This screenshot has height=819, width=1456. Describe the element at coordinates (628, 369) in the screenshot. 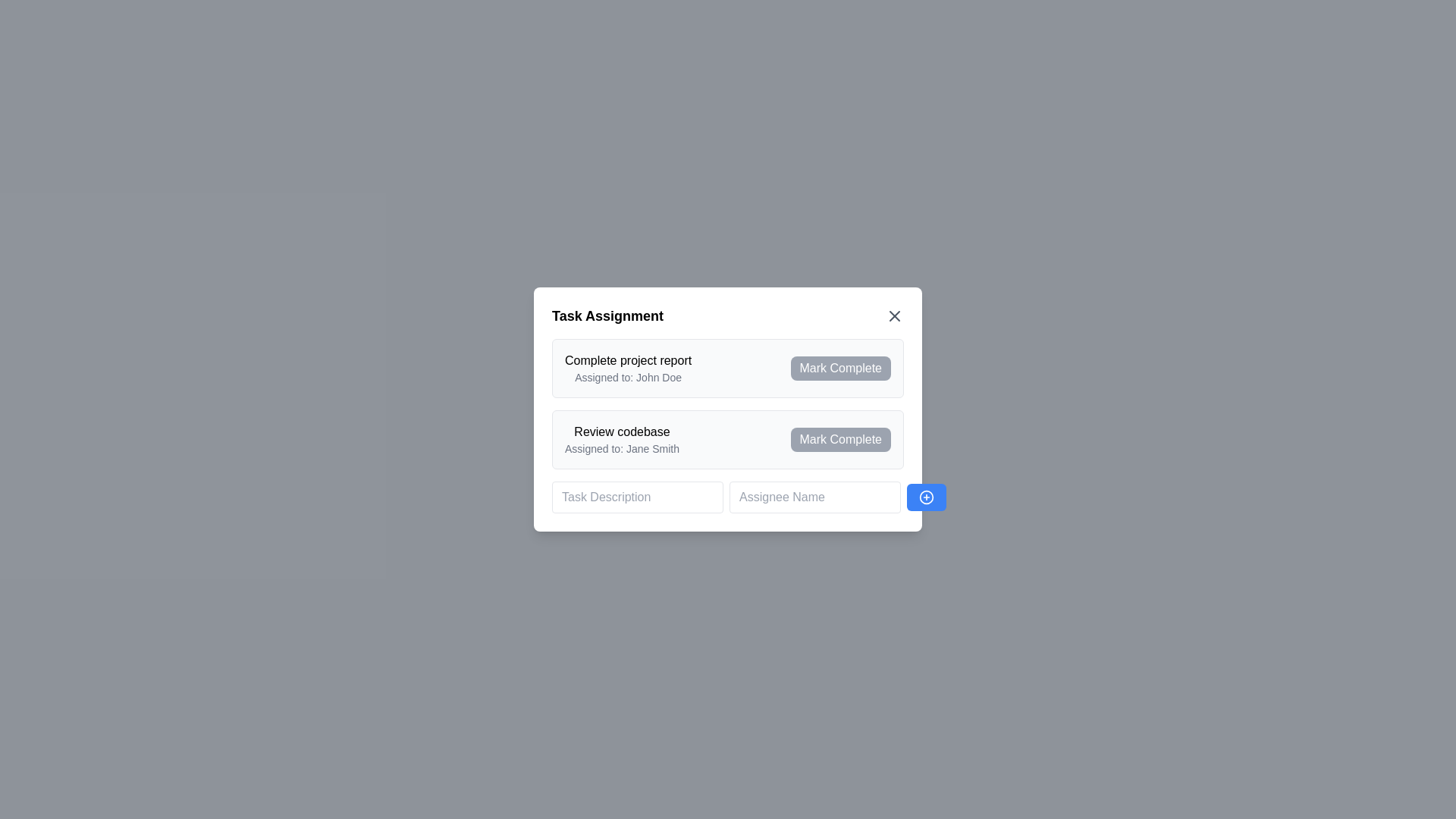

I see `the task title 'Complete project report' displayed in bold, which is aligned to the left of the task card and positioned above the 'Mark Complete' button` at that location.